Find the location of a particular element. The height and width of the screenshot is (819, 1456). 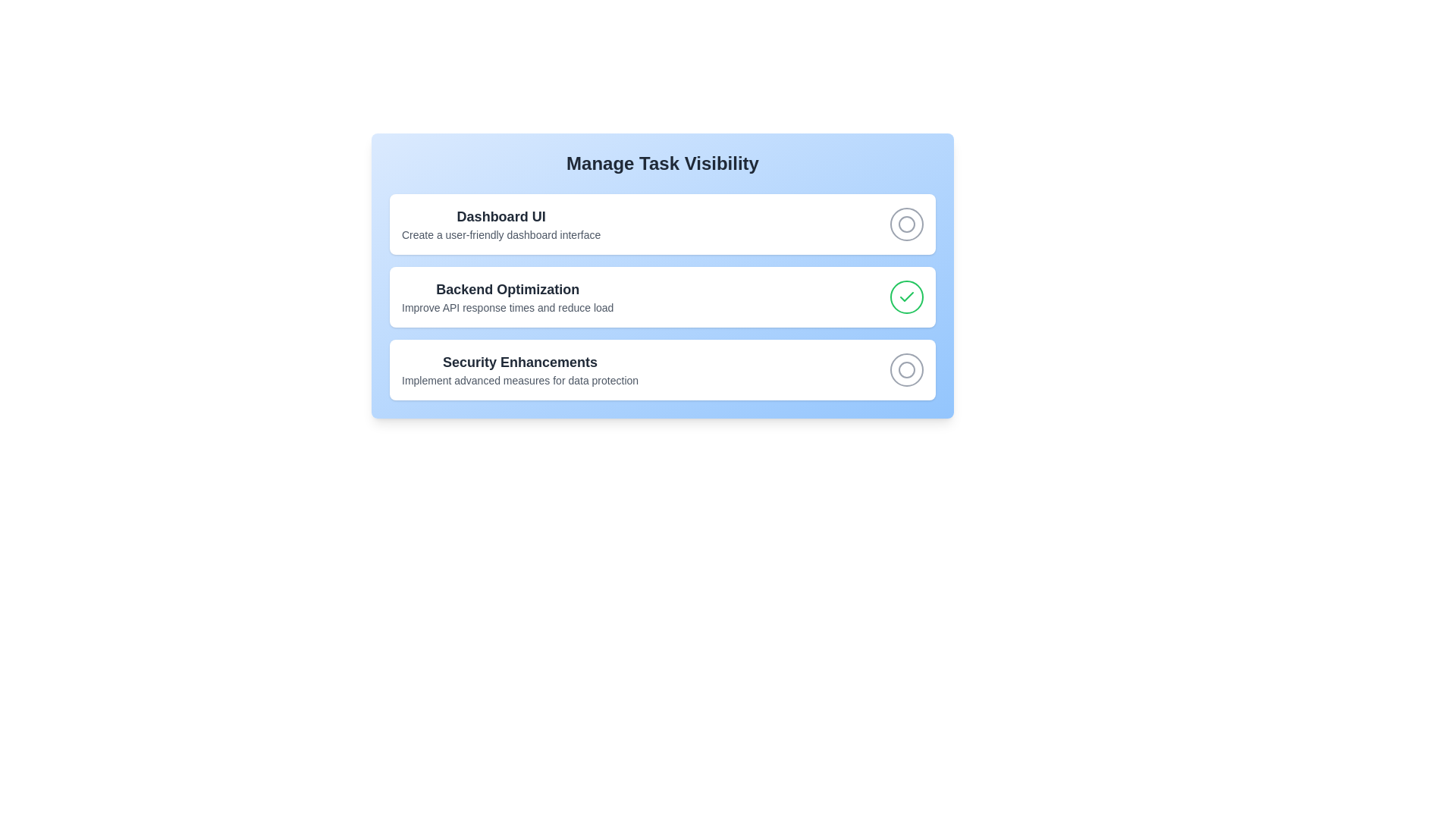

text label that states 'Improve API response times and reduce load', which is styled in gray and located below the 'Backend Optimization' title is located at coordinates (507, 307).